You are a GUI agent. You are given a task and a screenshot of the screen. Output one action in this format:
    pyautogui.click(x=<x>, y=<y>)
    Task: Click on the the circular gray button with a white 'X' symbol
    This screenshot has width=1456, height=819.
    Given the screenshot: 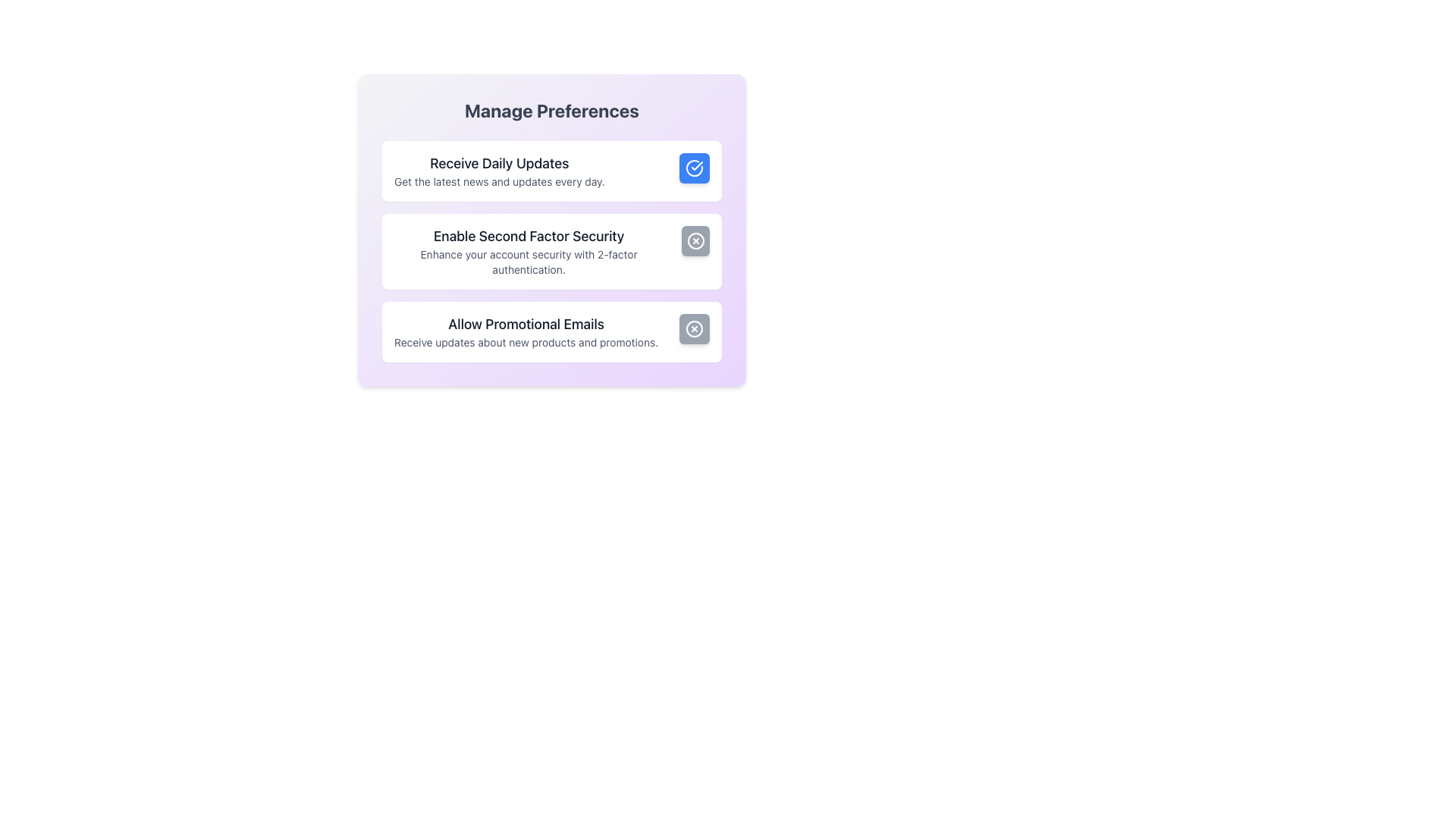 What is the action you would take?
    pyautogui.click(x=695, y=240)
    